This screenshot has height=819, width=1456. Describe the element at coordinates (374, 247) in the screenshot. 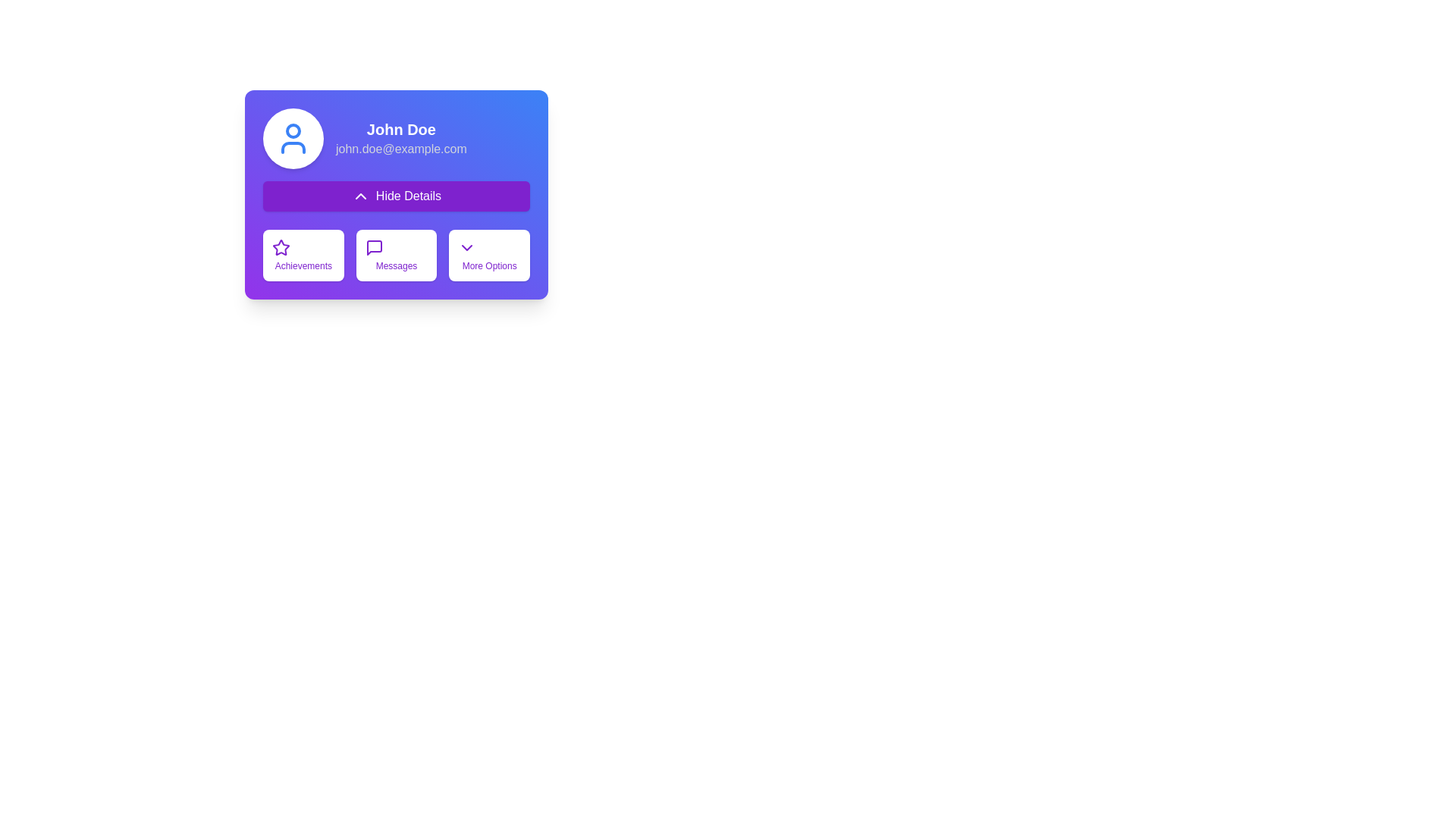

I see `chat bubble icon located centrally within the 'Messages' button, which has a white background with purple accents` at that location.